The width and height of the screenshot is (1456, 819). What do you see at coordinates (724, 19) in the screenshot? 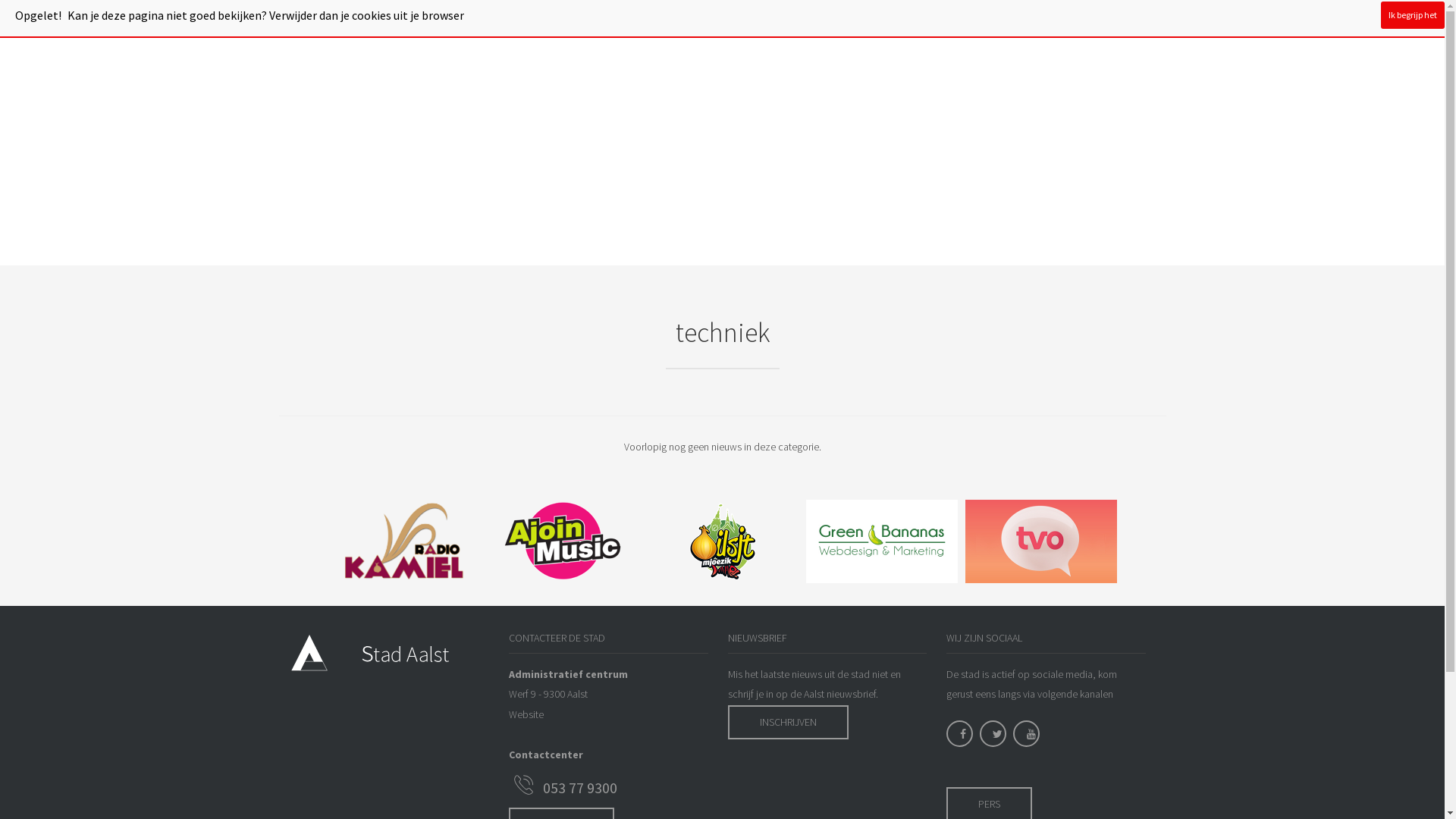
I see `'PRAKTISCH'` at bounding box center [724, 19].